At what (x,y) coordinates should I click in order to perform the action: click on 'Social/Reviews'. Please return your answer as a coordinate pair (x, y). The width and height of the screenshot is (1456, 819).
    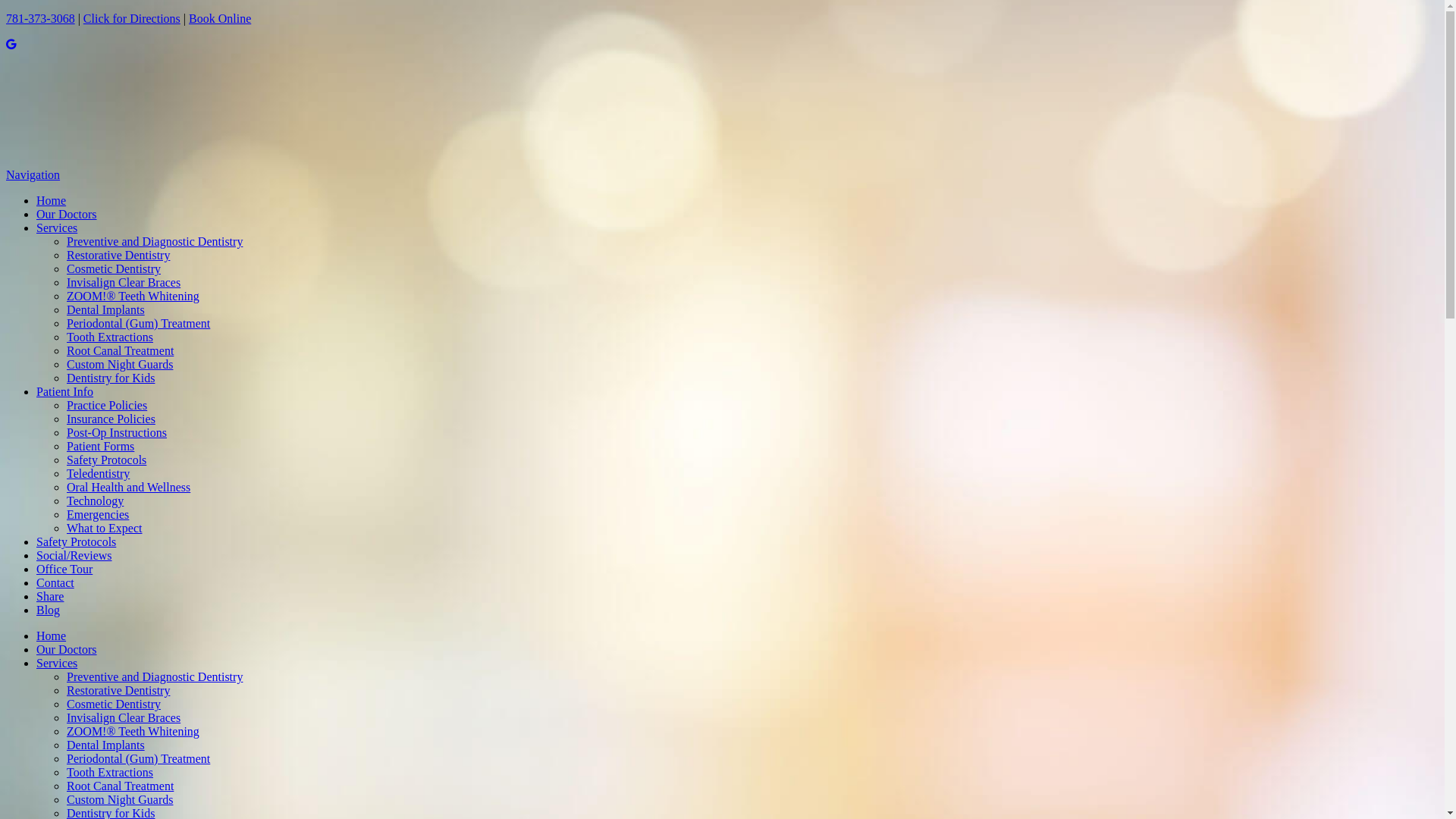
    Looking at the image, I should click on (73, 555).